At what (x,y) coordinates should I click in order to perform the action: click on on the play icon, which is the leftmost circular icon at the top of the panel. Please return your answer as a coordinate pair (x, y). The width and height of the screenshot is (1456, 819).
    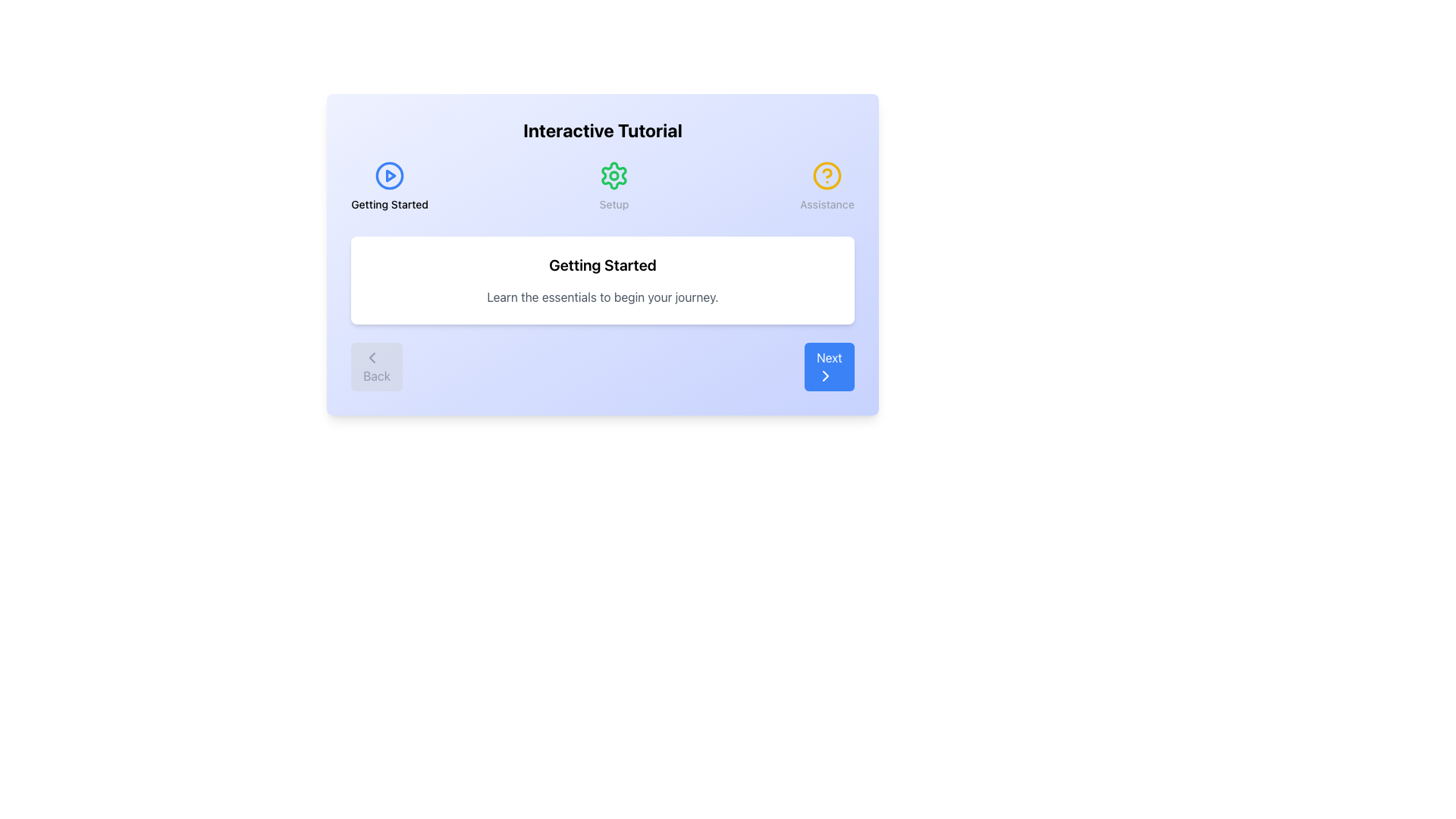
    Looking at the image, I should click on (391, 174).